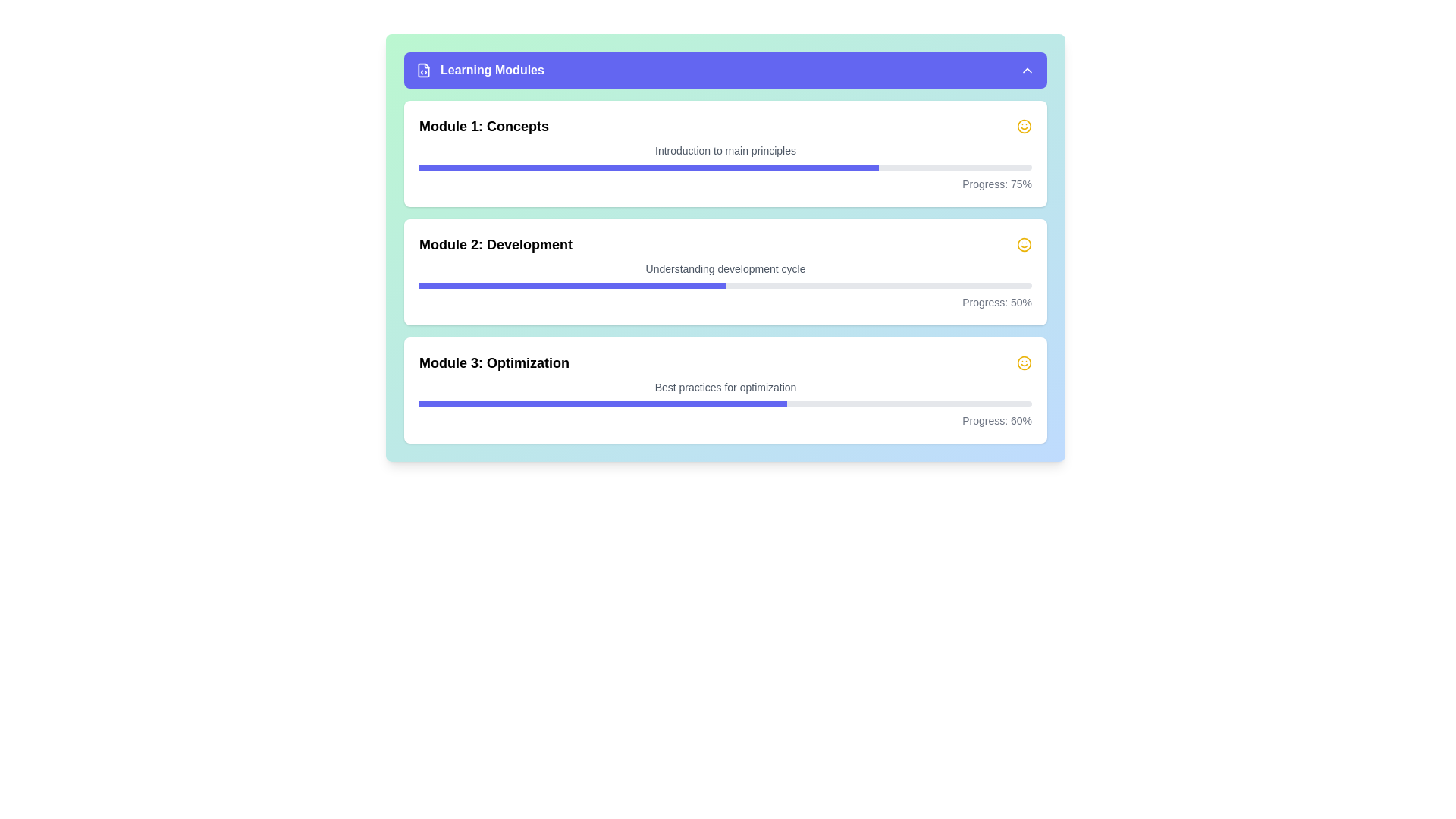 The width and height of the screenshot is (1456, 819). I want to click on the progress bar of the Informational card, which displays information about a module and is located in the third position of a vertically stacked list below 'Module 2: Development', so click(724, 390).